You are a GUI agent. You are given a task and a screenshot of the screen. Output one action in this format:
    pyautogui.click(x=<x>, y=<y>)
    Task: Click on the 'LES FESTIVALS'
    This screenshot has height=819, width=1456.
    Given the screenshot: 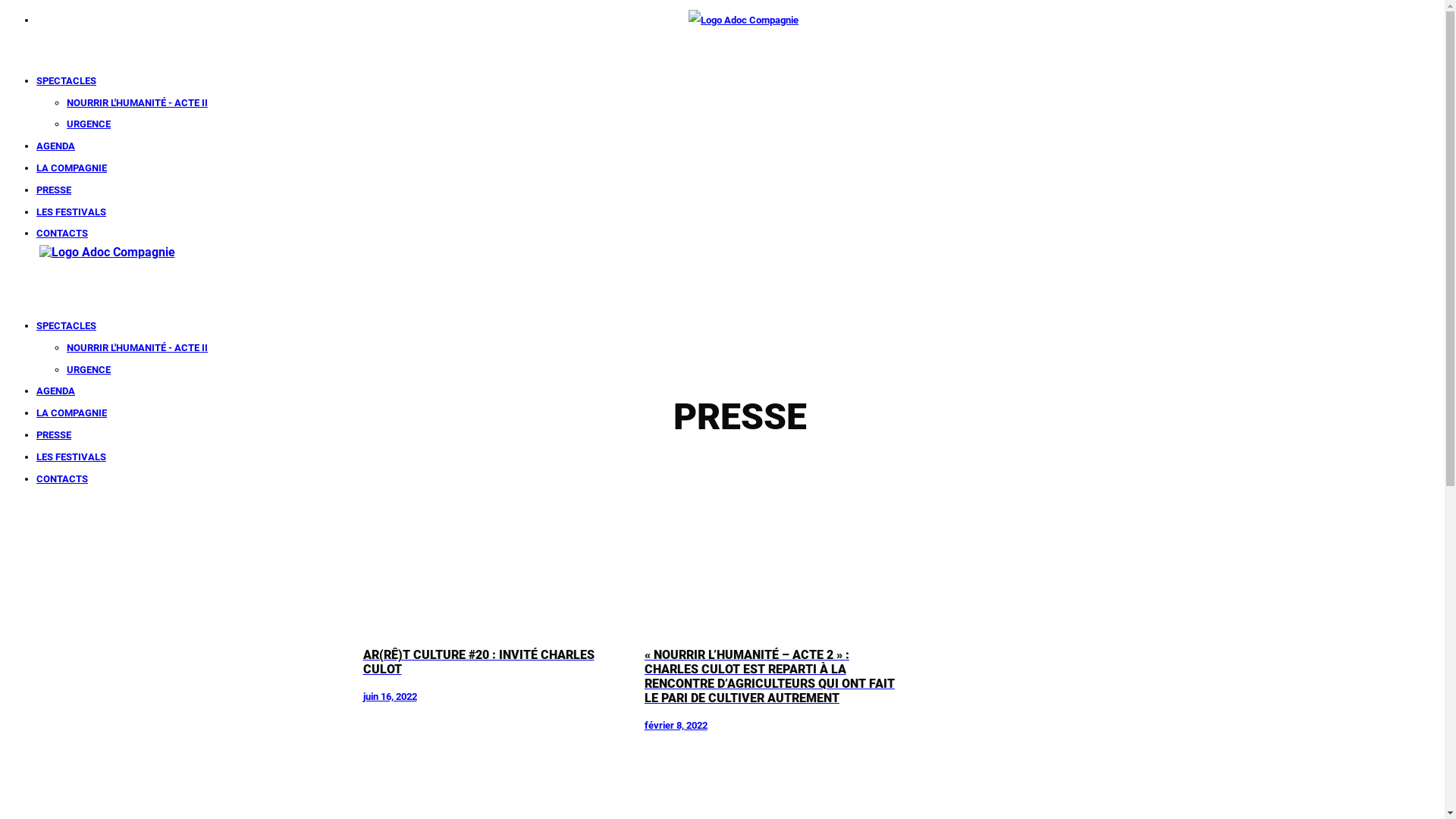 What is the action you would take?
    pyautogui.click(x=71, y=456)
    